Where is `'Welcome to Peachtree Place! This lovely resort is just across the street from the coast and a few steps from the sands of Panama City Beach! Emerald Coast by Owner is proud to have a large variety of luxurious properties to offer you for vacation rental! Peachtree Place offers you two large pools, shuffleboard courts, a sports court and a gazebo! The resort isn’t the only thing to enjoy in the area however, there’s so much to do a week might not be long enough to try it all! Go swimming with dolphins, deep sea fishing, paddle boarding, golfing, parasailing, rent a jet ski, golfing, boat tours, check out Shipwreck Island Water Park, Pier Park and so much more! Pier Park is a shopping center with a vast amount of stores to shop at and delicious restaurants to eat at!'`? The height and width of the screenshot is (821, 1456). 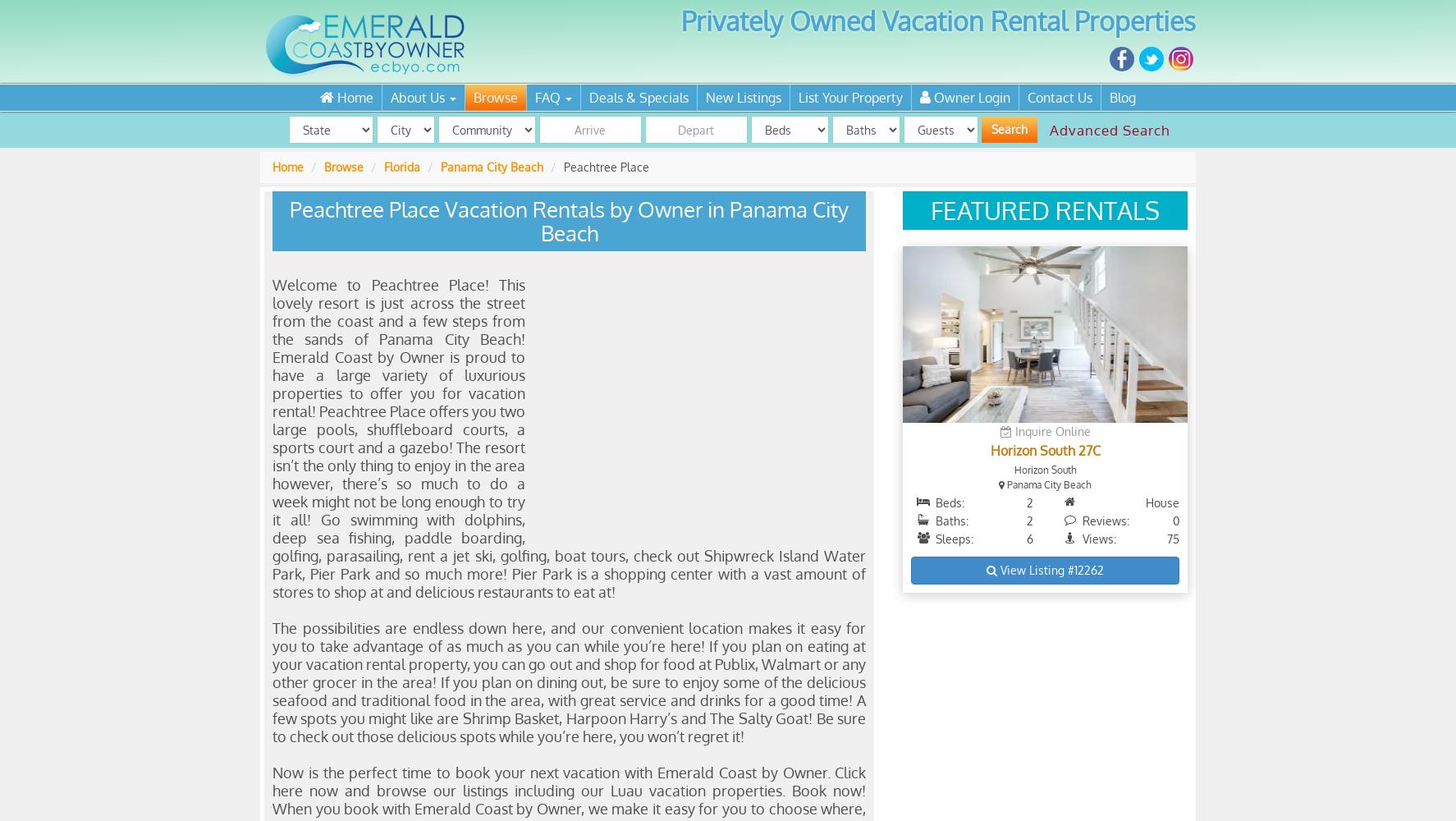 'Welcome to Peachtree Place! This lovely resort is just across the street from the coast and a few steps from the sands of Panama City Beach! Emerald Coast by Owner is proud to have a large variety of luxurious properties to offer you for vacation rental! Peachtree Place offers you two large pools, shuffleboard courts, a sports court and a gazebo! The resort isn’t the only thing to enjoy in the area however, there’s so much to do a week might not be long enough to try it all! Go swimming with dolphins, deep sea fishing, paddle boarding, golfing, parasailing, rent a jet ski, golfing, boat tours, check out Shipwreck Island Water Park, Pier Park and so much more! Pier Park is a shopping center with a vast amount of stores to shop at and delicious restaurants to eat at!' is located at coordinates (272, 438).